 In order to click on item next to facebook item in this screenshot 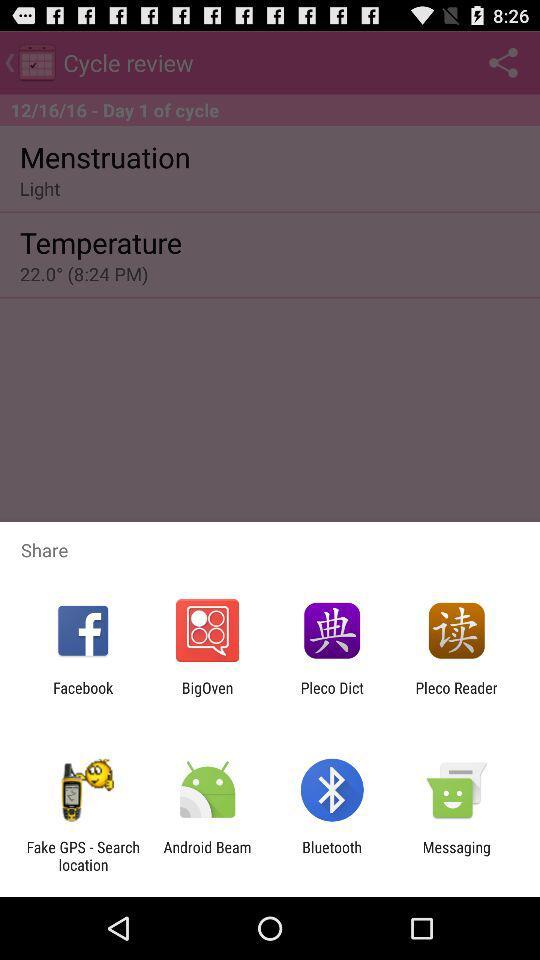, I will do `click(206, 696)`.